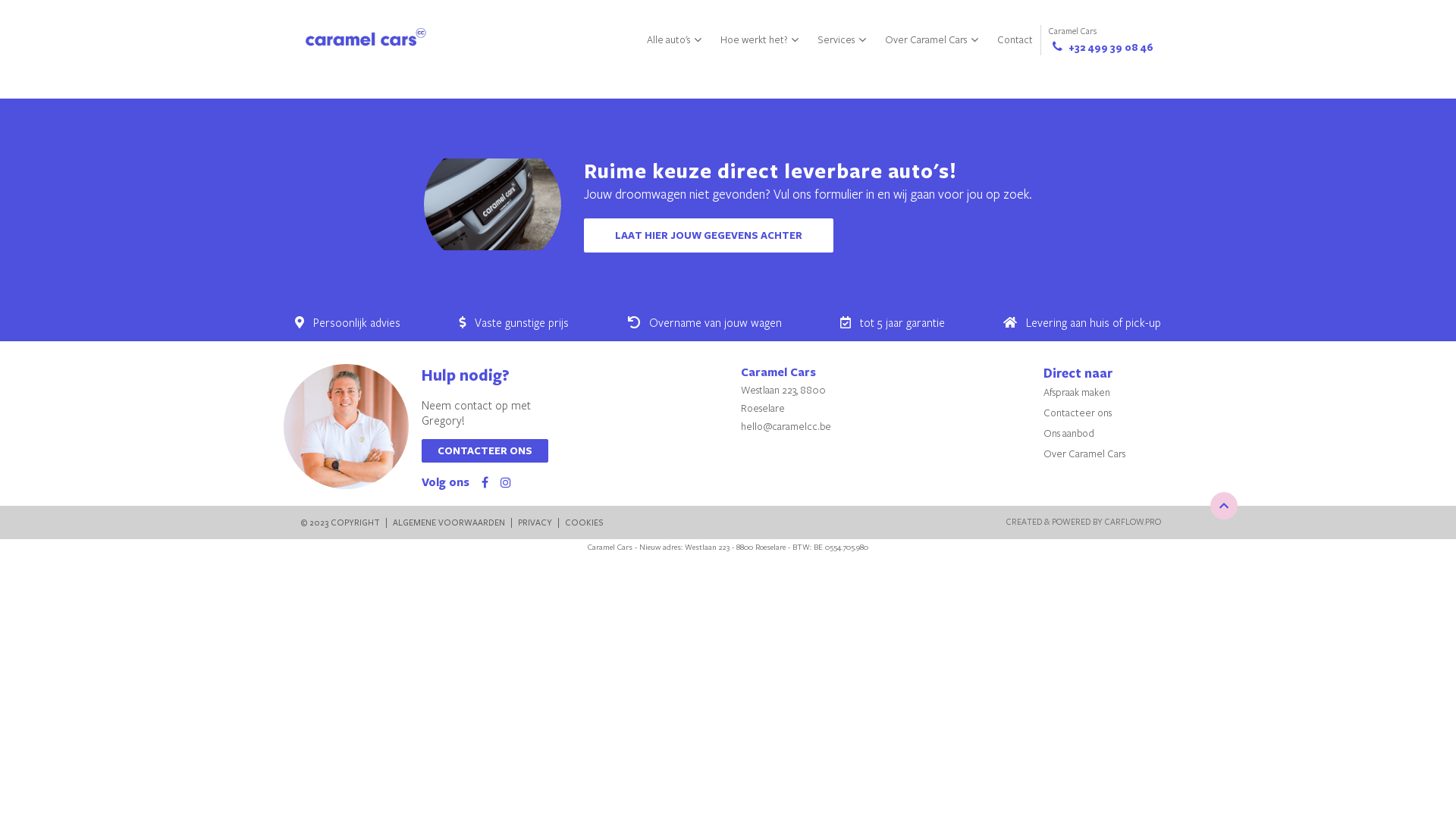  Describe the element at coordinates (1084, 452) in the screenshot. I see `'Over Caramel Cars'` at that location.